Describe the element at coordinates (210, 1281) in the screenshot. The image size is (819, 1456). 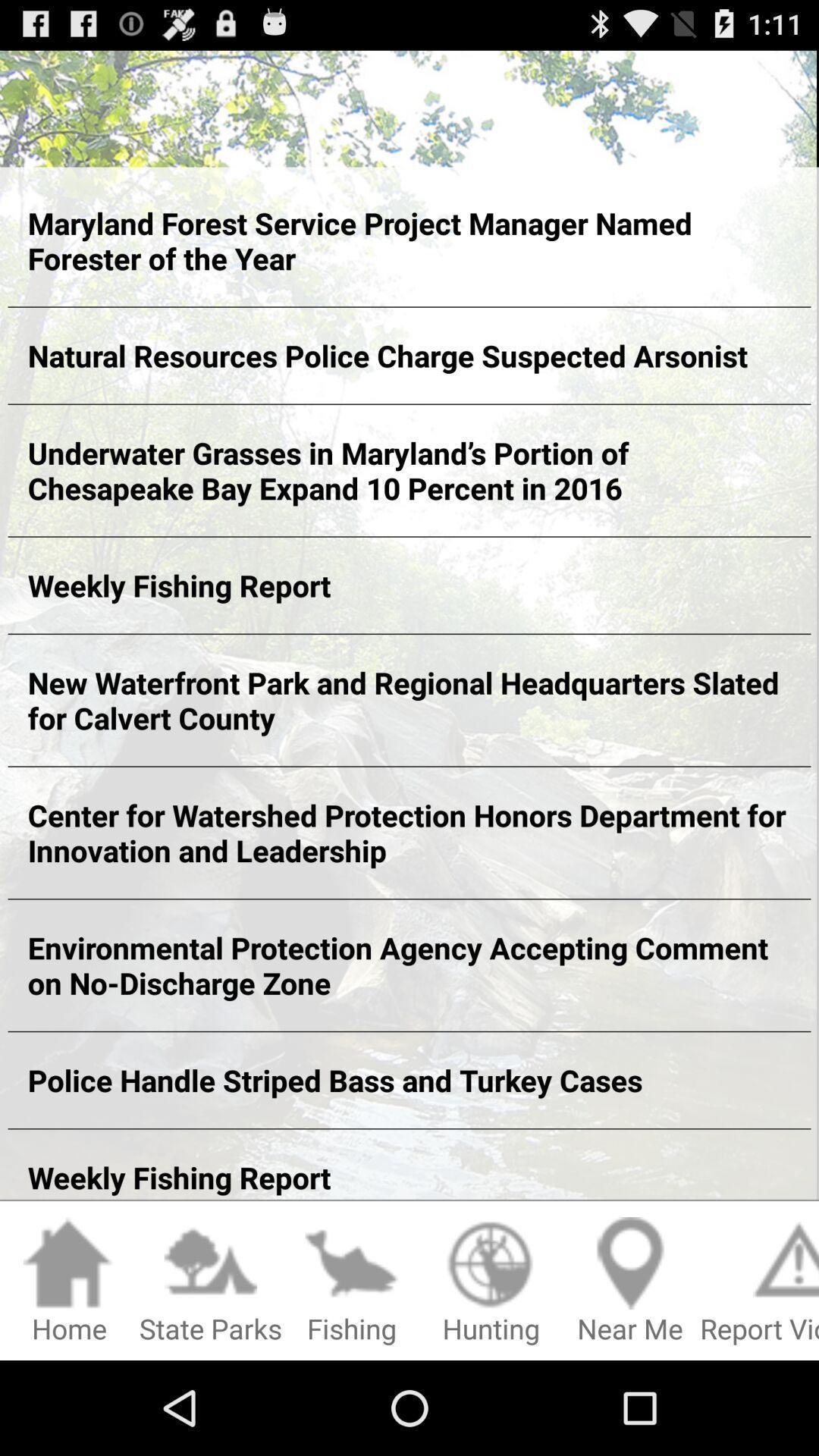
I see `item next to fishing icon` at that location.